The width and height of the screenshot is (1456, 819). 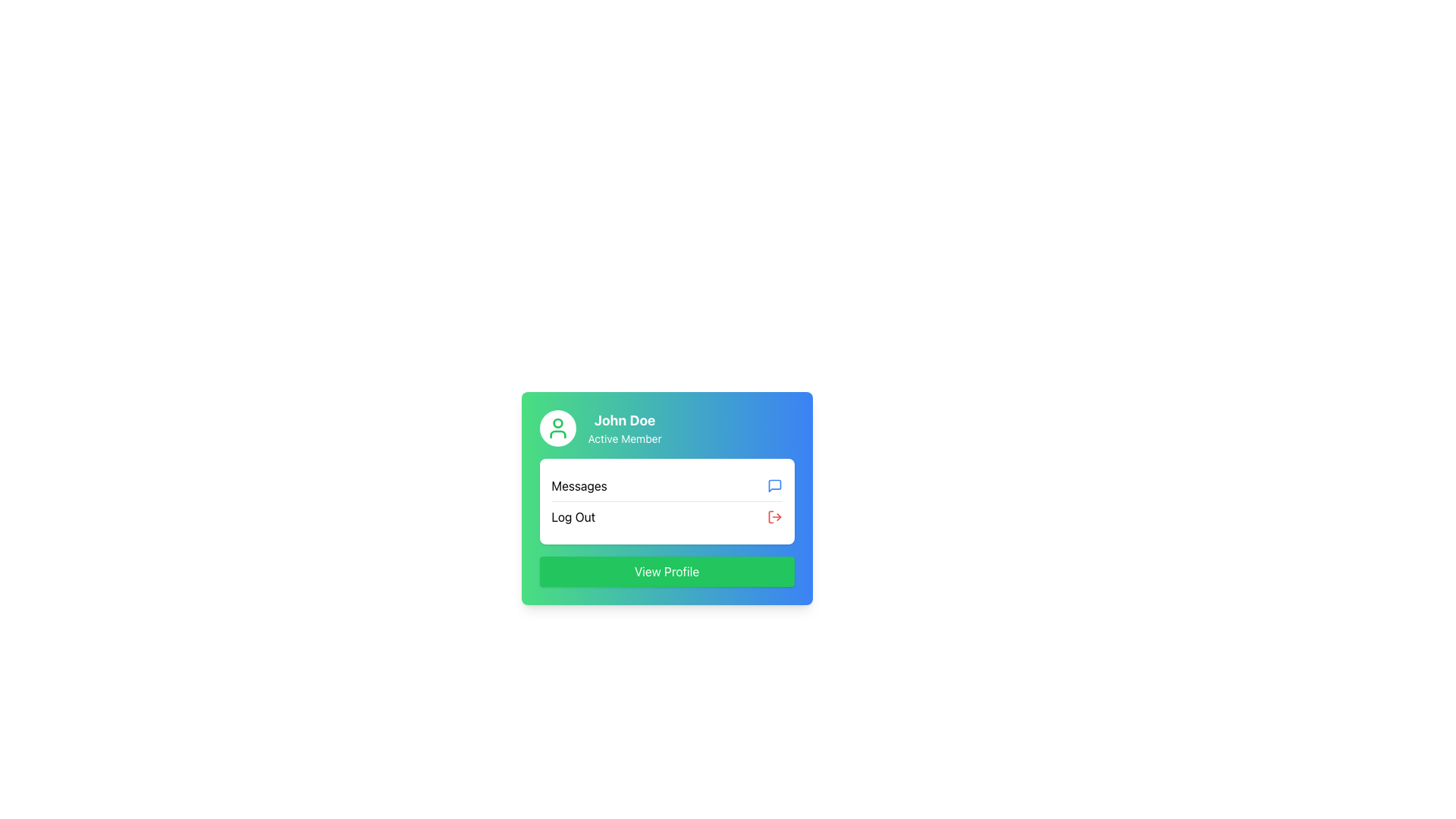 What do you see at coordinates (774, 485) in the screenshot?
I see `the messaging icon located to the right of the 'Messages' text, which is the first icon in the list under the 'Messages' label` at bounding box center [774, 485].